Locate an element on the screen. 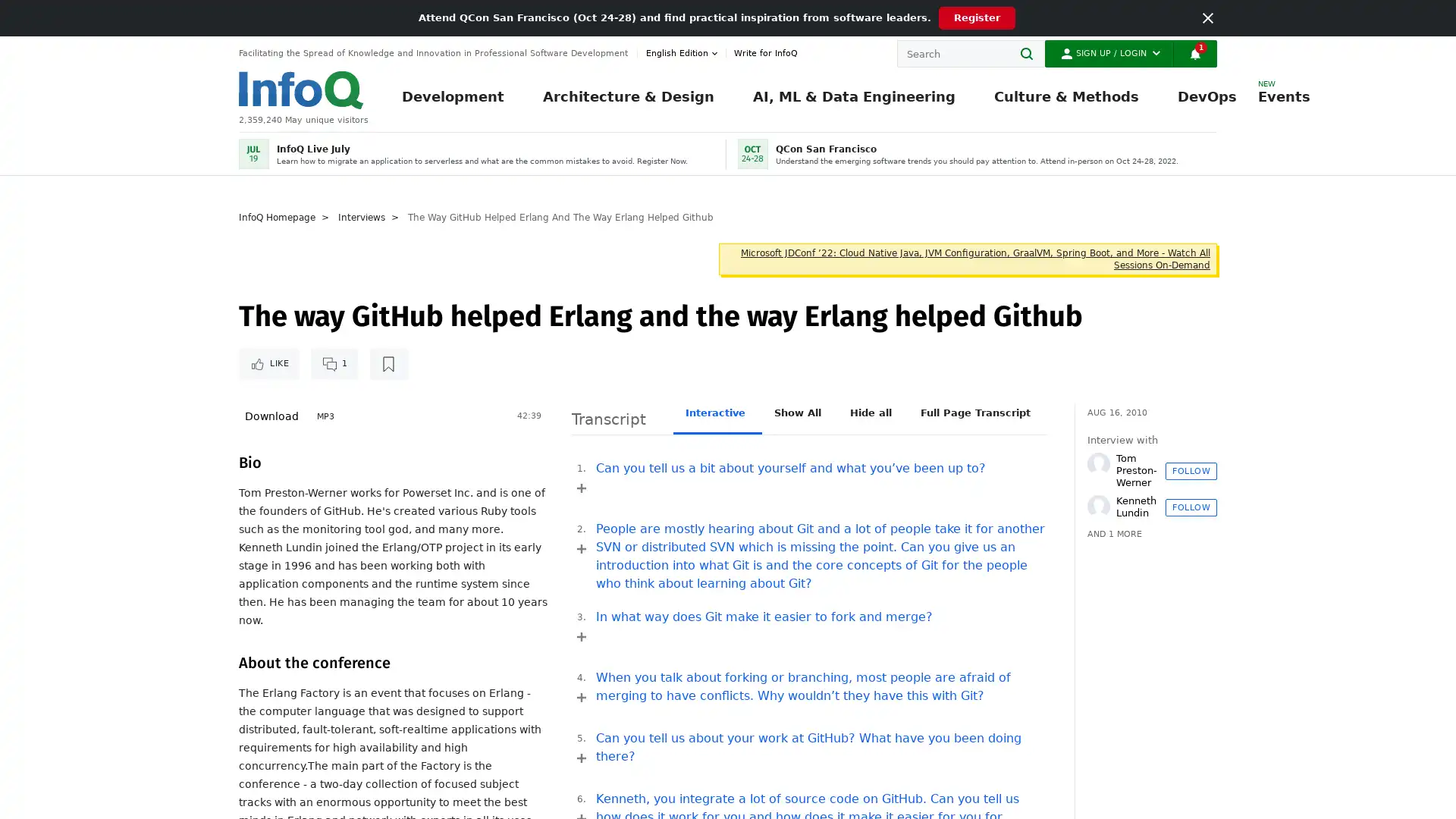 The height and width of the screenshot is (819, 1456). Read later is located at coordinates (388, 363).